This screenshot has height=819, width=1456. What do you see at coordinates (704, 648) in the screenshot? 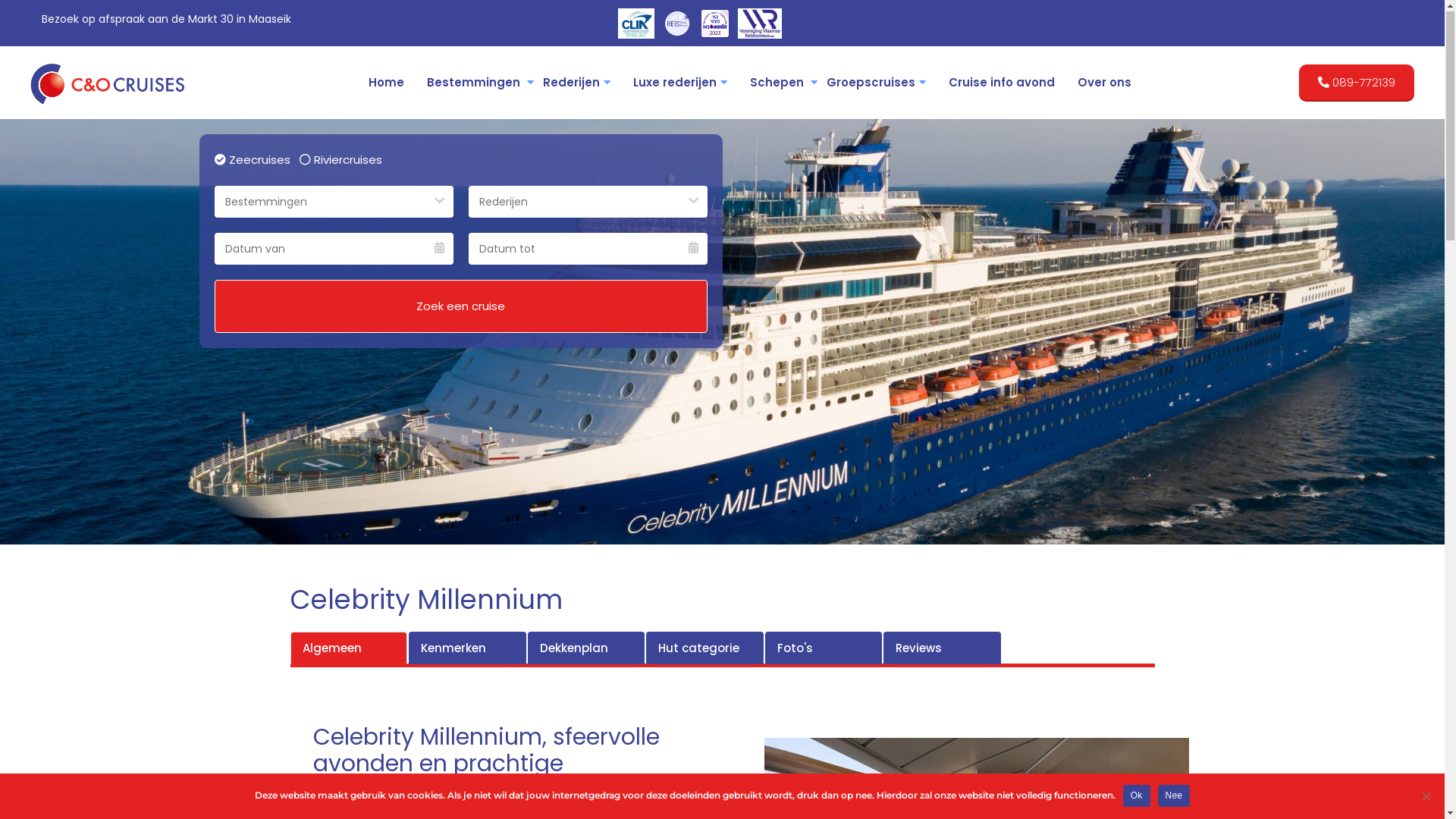
I see `'Hut categorie'` at bounding box center [704, 648].